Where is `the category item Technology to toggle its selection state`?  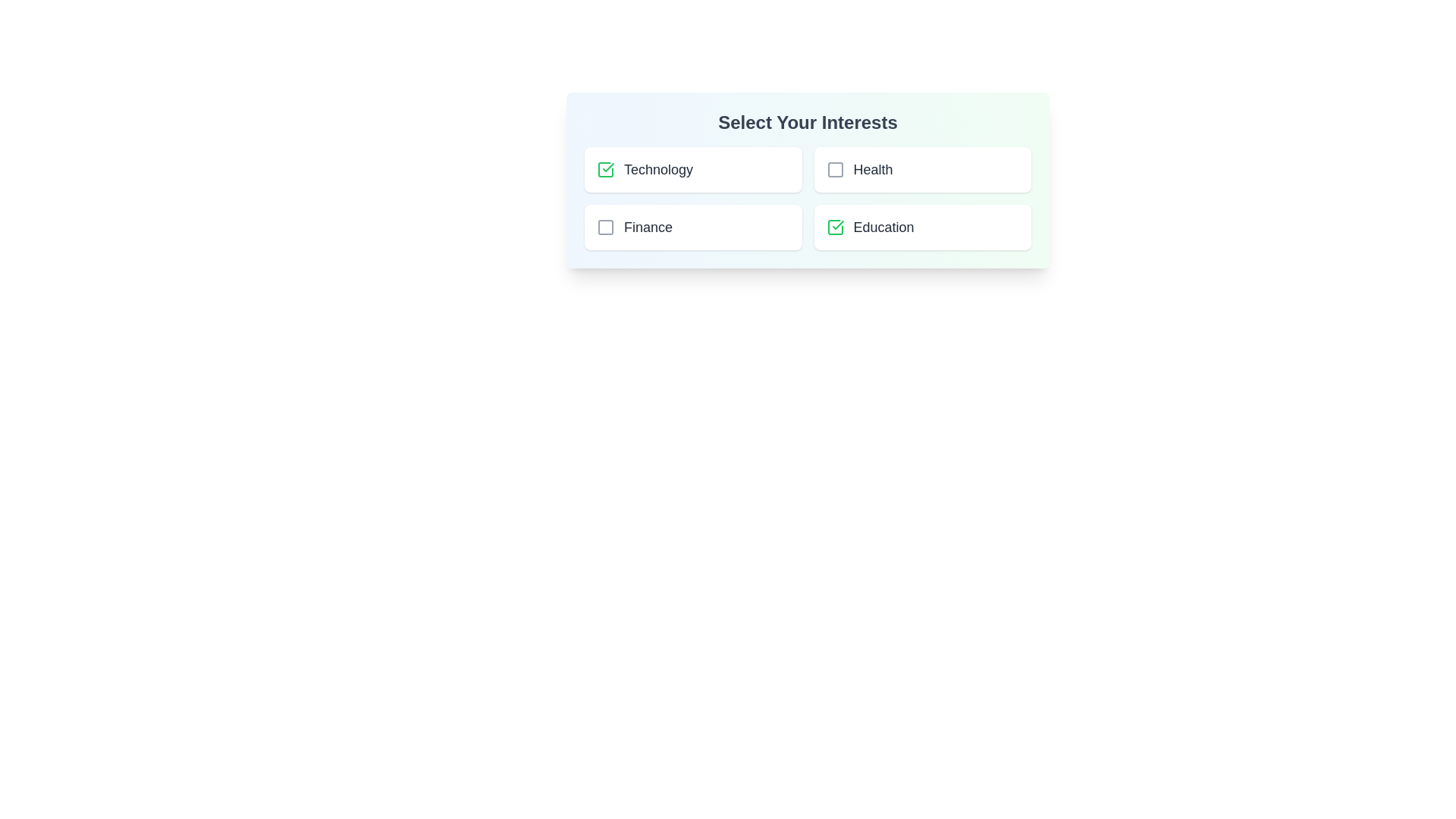
the category item Technology to toggle its selection state is located at coordinates (692, 169).